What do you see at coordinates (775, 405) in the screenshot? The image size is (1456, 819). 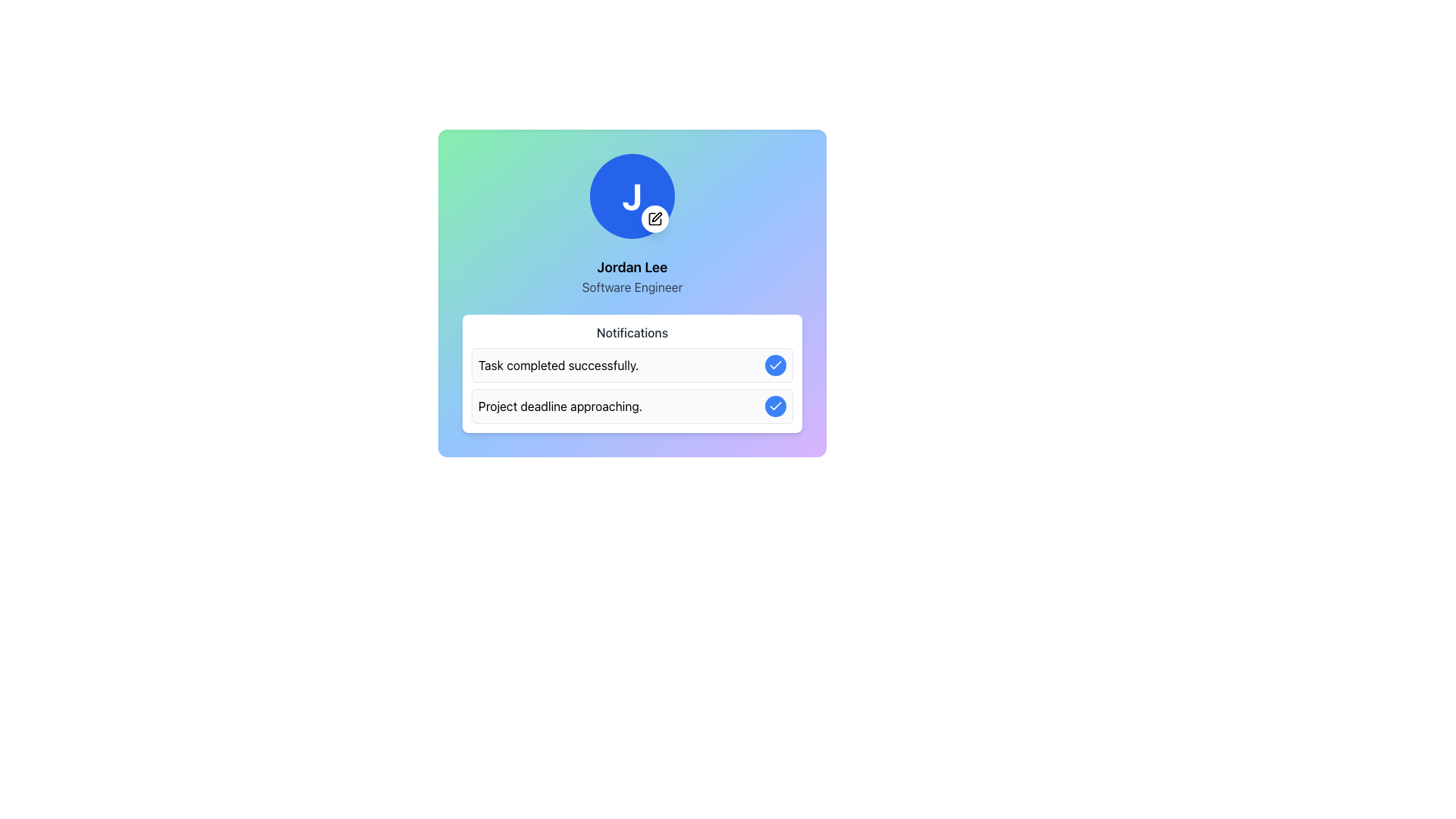 I see `the small white checkmark icon within the blue rounded square, which indicates task completion, located to the right of the text 'Task completed successfully.' in the notification list` at bounding box center [775, 405].